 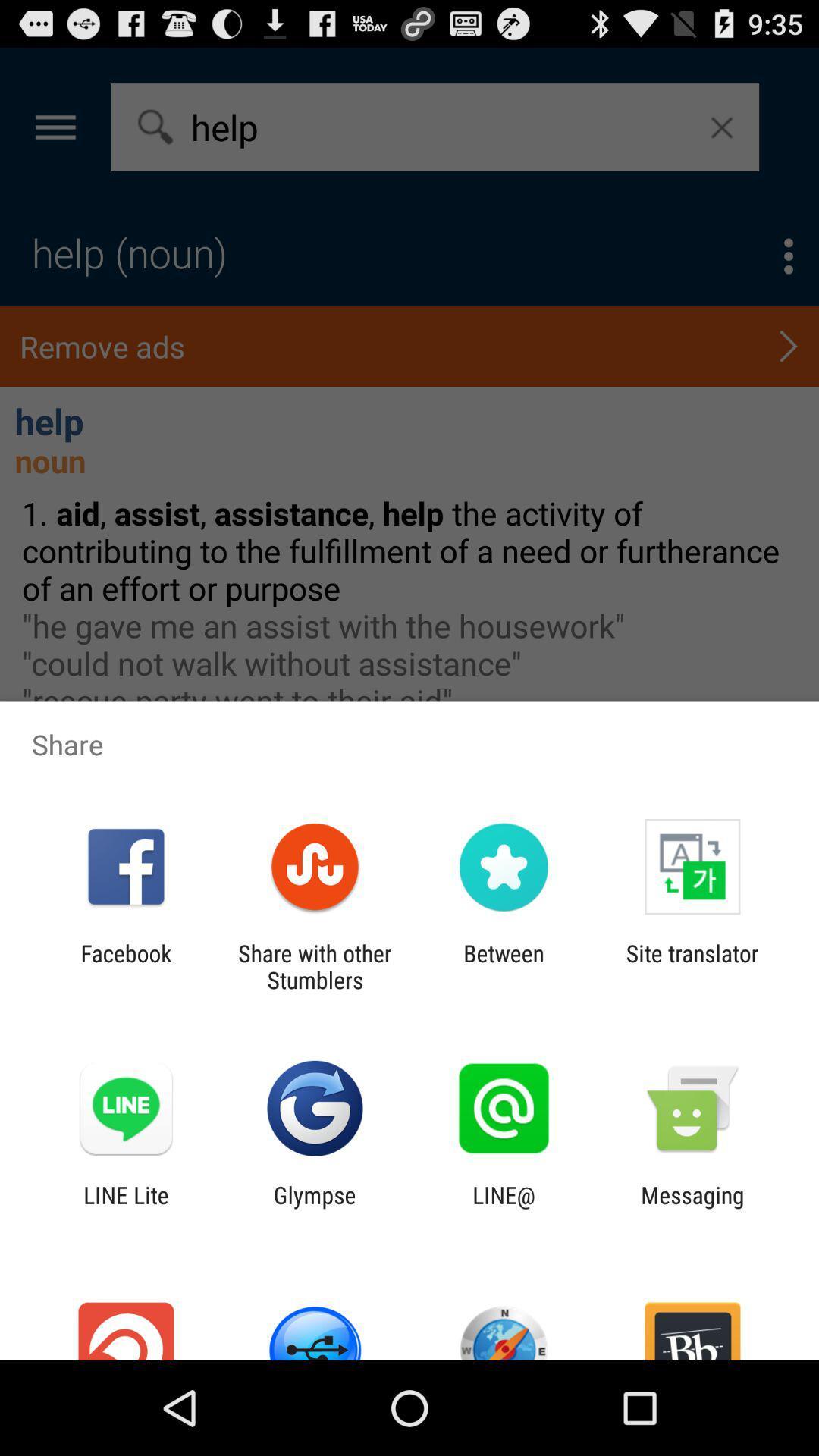 What do you see at coordinates (314, 1207) in the screenshot?
I see `icon next to line lite item` at bounding box center [314, 1207].